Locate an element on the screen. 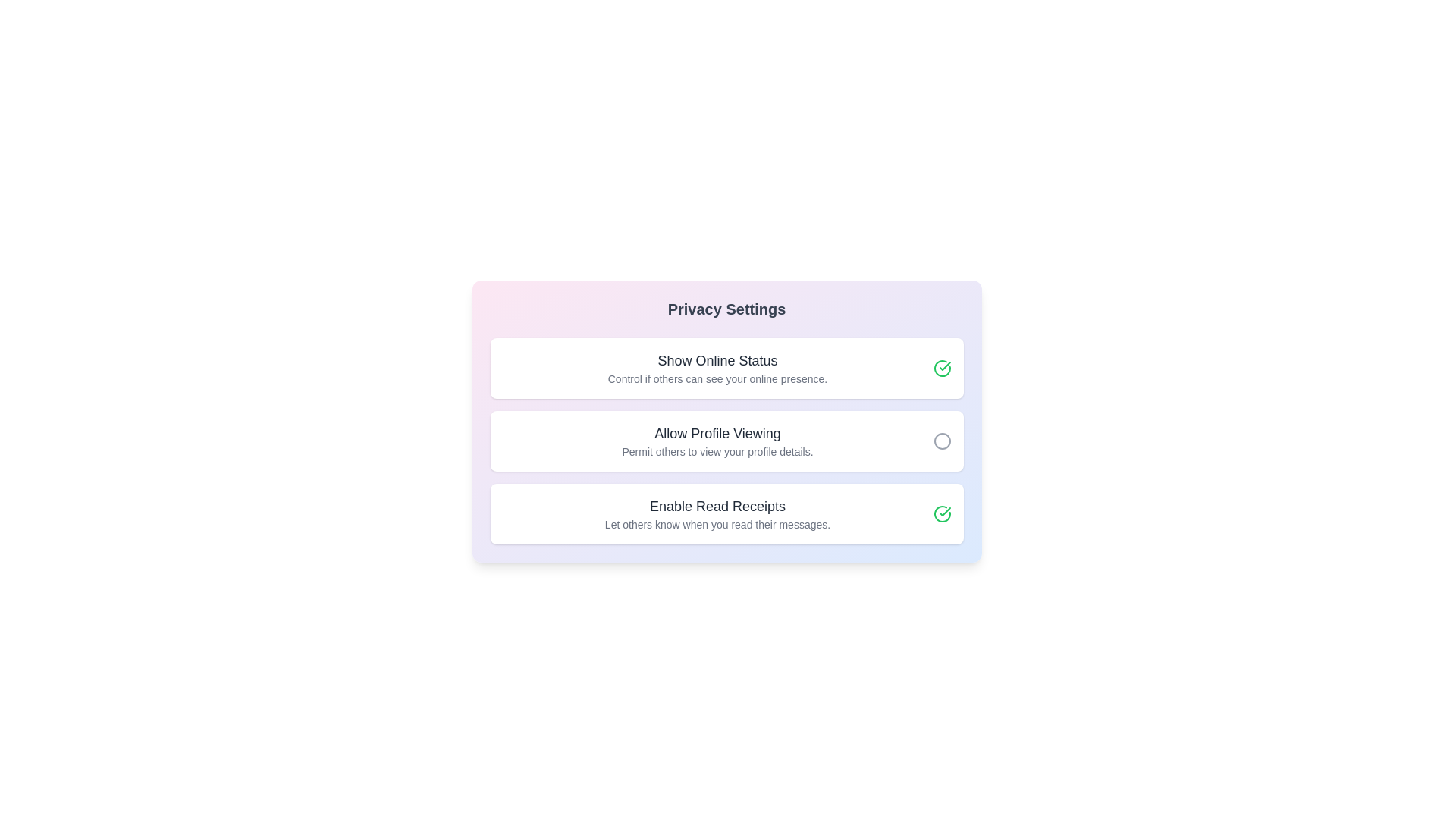 This screenshot has height=819, width=1456. the option element Enable Read Receipts to inspect its hover state is located at coordinates (726, 513).